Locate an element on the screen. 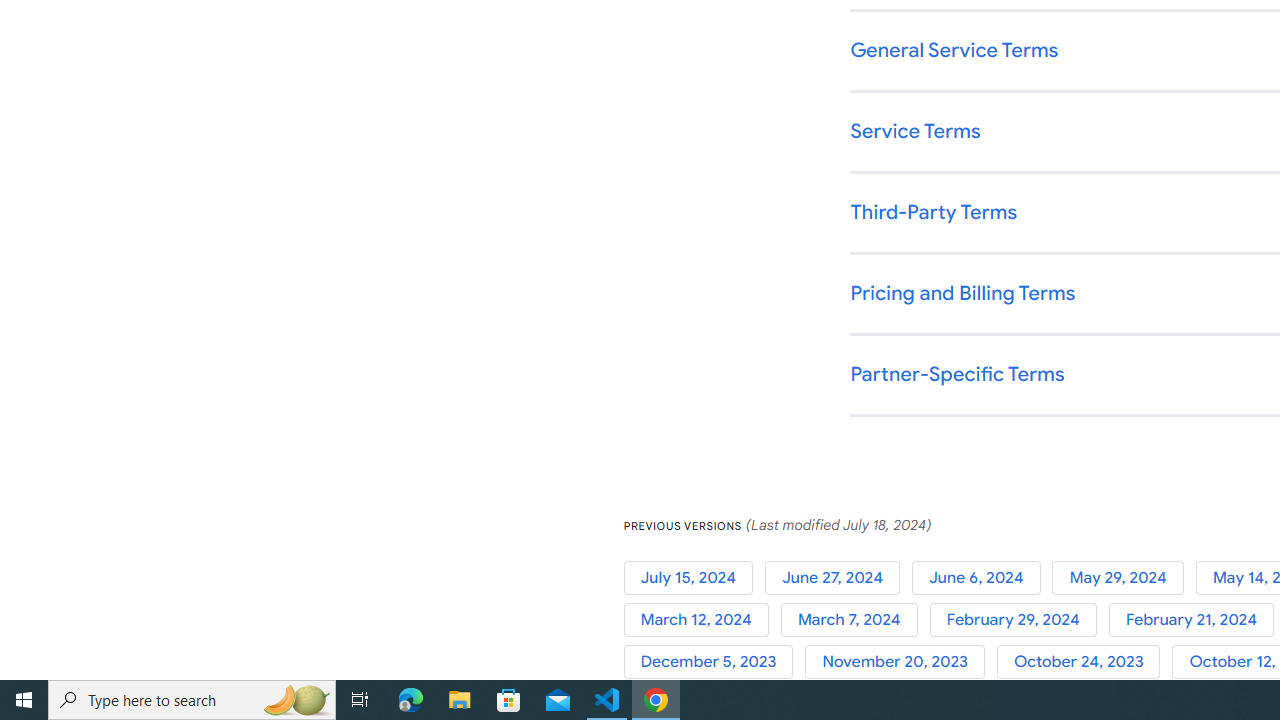  'July 15, 2024' is located at coordinates (694, 577).